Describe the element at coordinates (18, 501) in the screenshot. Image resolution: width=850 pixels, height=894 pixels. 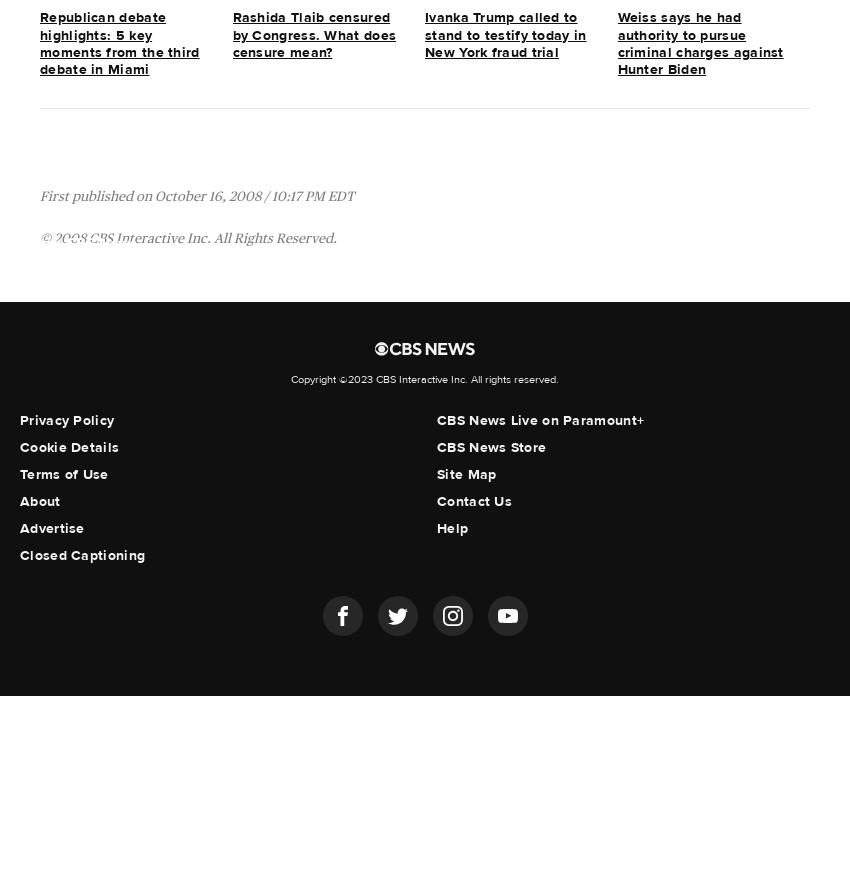
I see `'About'` at that location.